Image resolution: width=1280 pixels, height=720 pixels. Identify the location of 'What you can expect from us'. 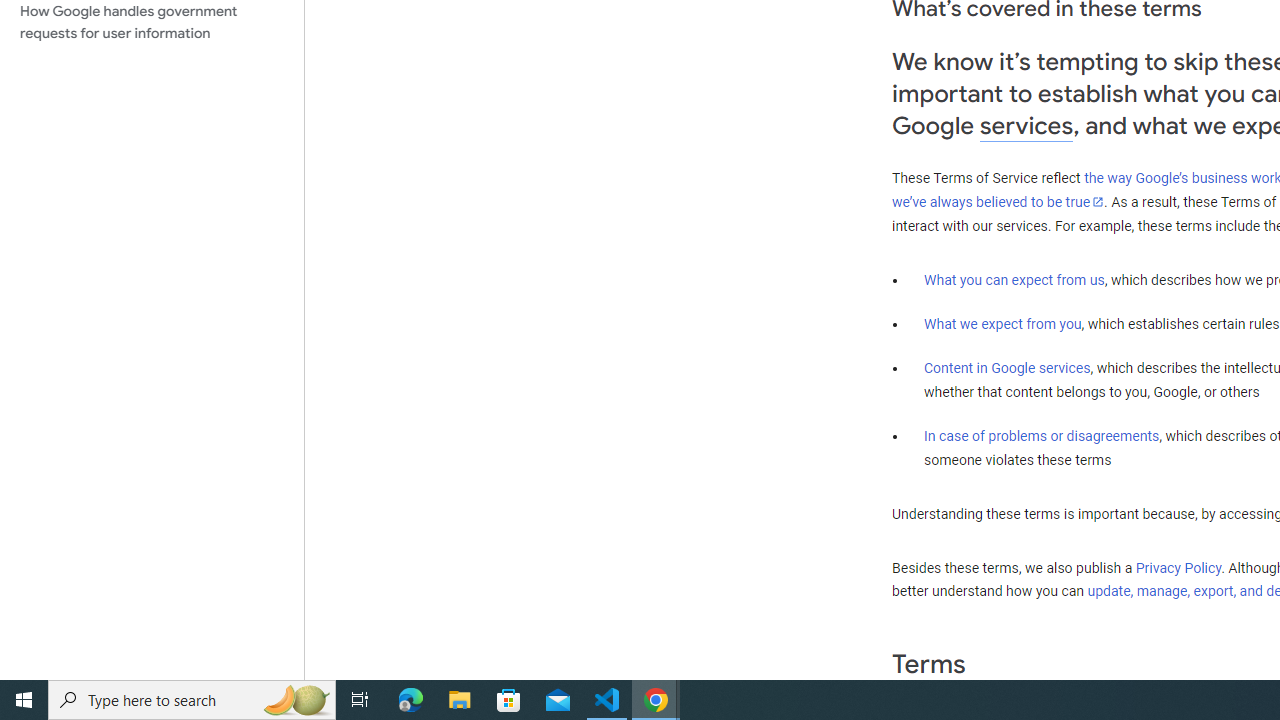
(1014, 279).